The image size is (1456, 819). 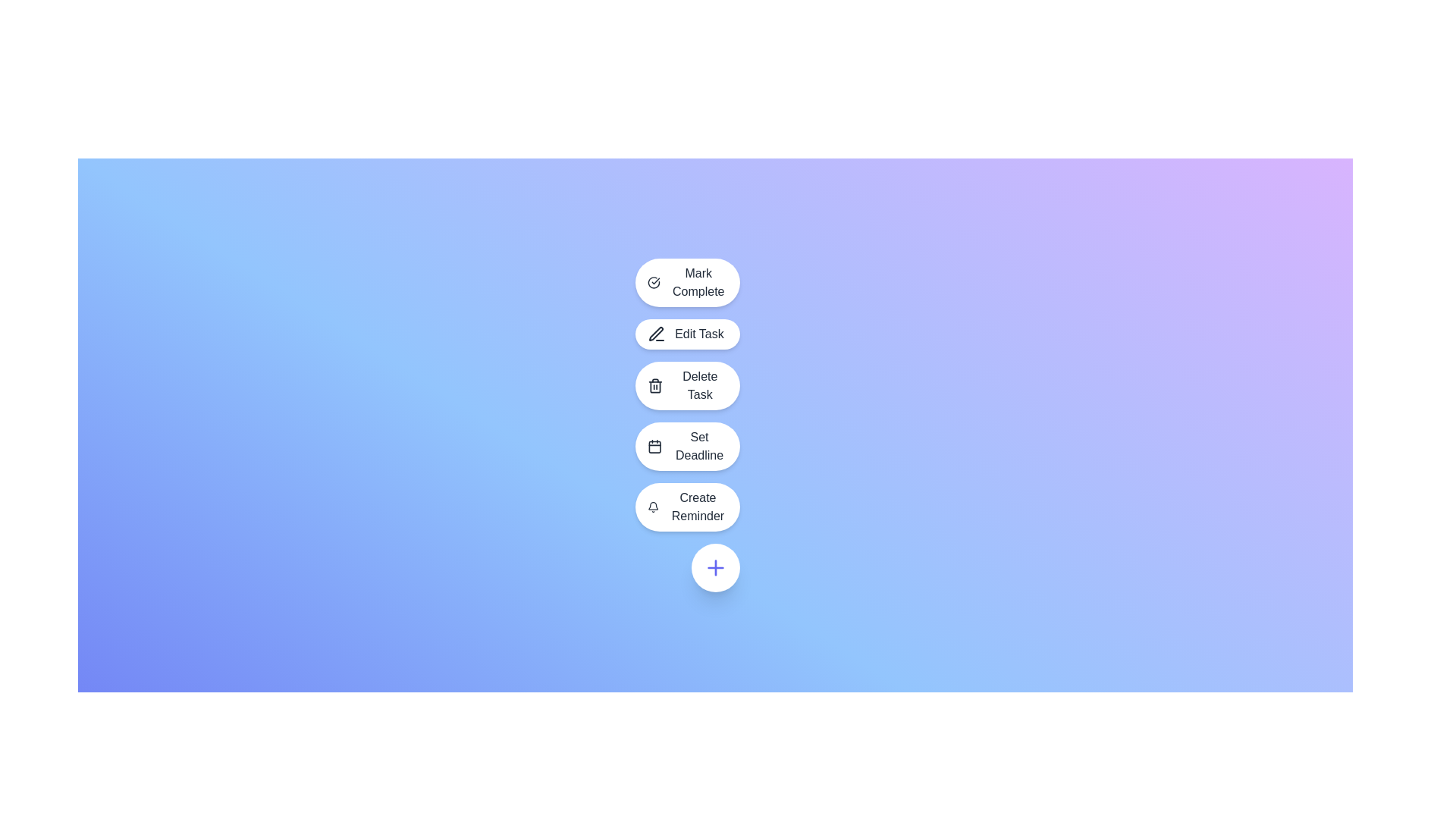 What do you see at coordinates (654, 283) in the screenshot?
I see `the circular checkmark icon of the 'Mark Complete' button, which is positioned to the left of the text 'Mark Complete' and is the first option in a vertical stack of action buttons` at bounding box center [654, 283].